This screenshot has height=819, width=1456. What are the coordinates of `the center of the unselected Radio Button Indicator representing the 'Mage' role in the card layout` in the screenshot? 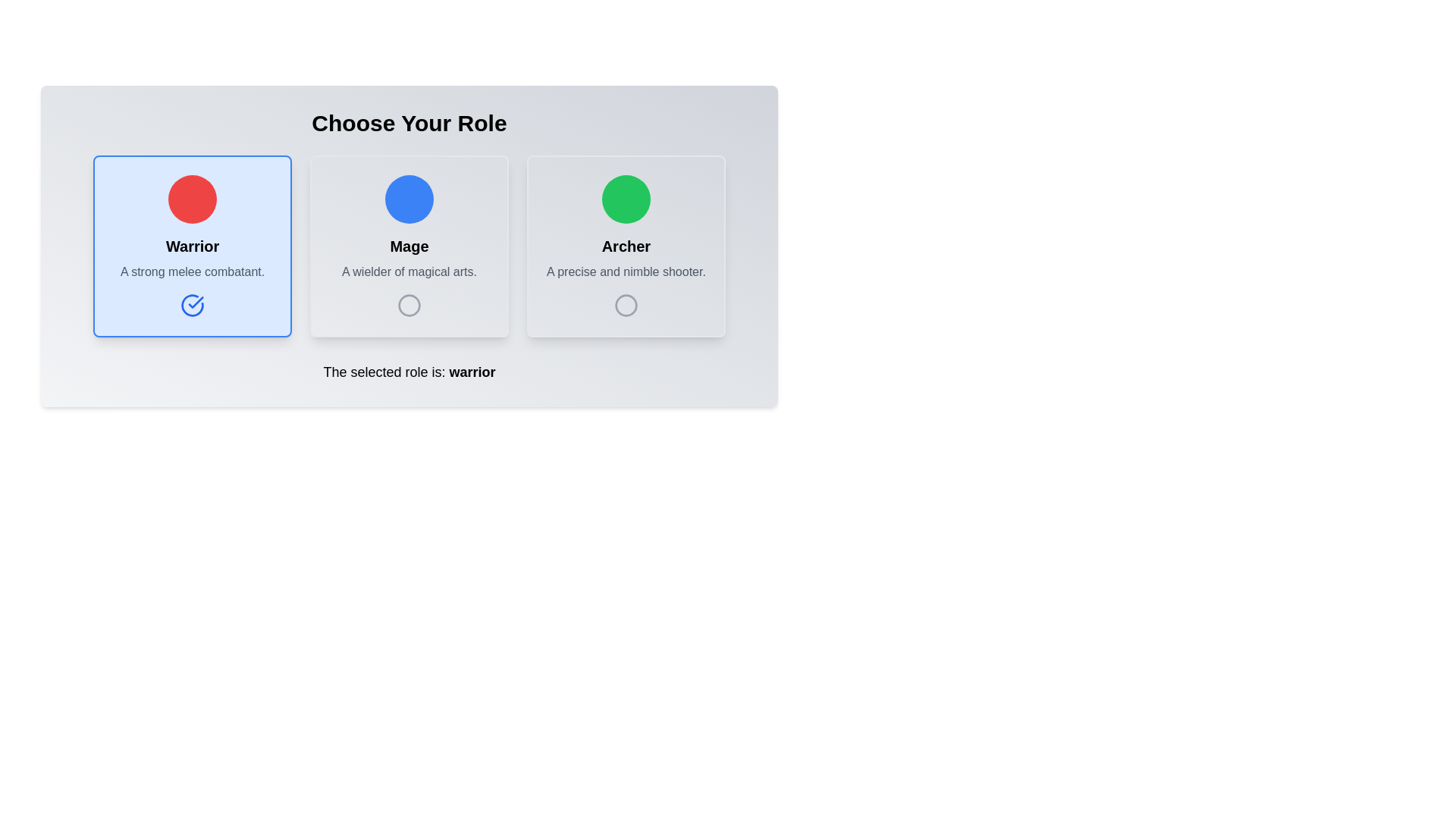 It's located at (409, 305).